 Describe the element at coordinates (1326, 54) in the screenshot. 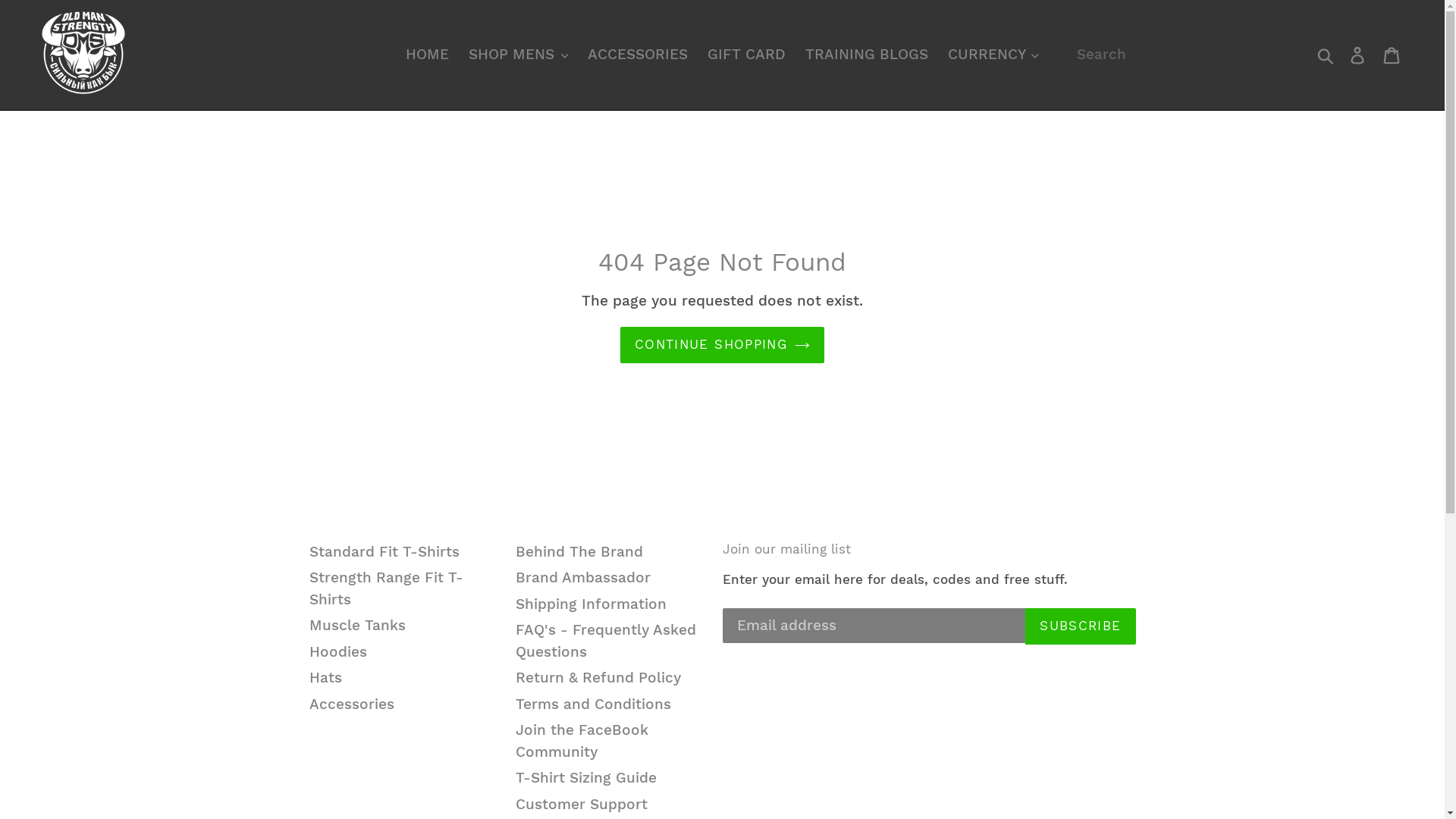

I see `'Submit'` at that location.